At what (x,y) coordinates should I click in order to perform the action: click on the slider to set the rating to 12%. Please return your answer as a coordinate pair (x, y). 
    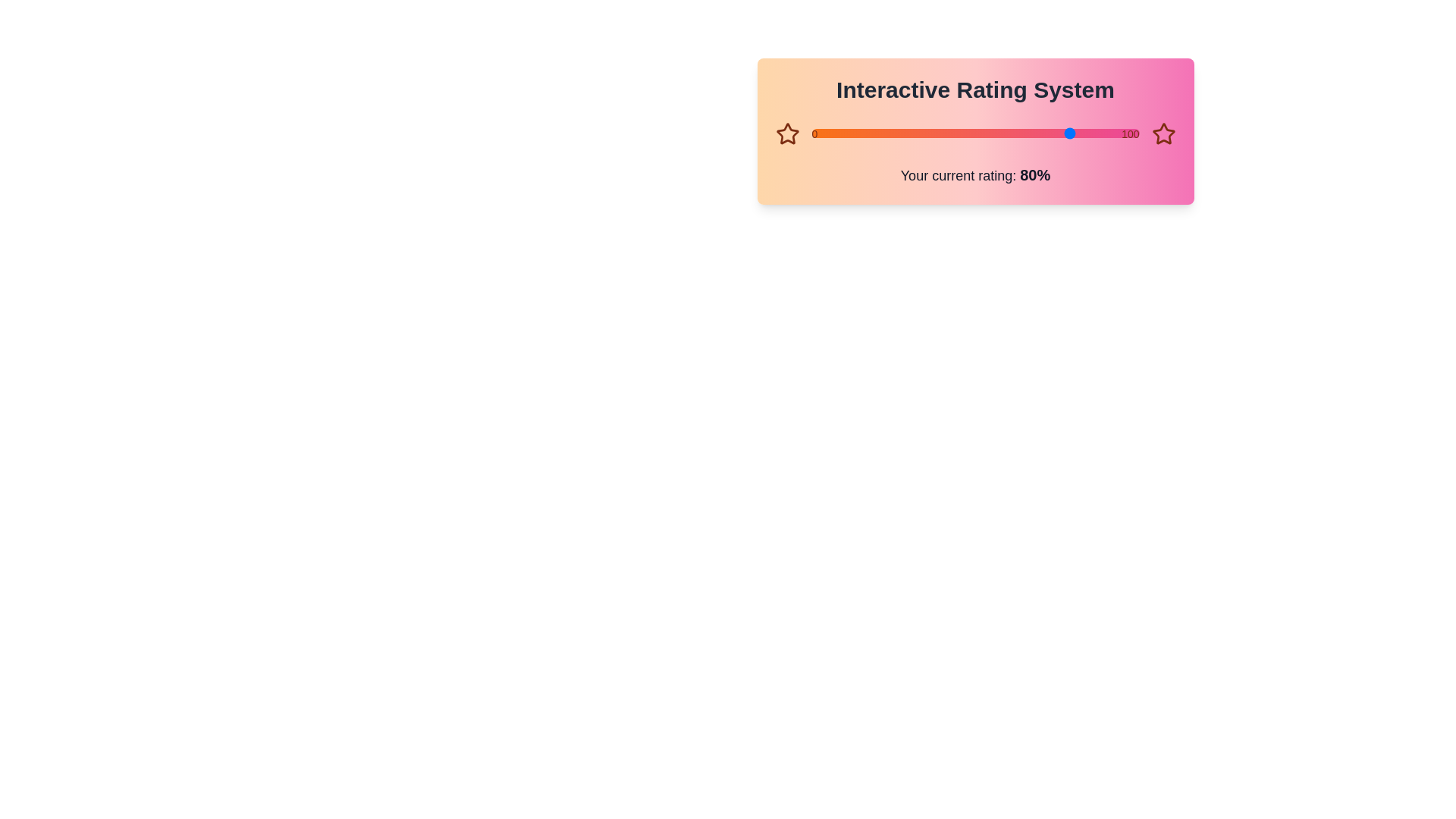
    Looking at the image, I should click on (811, 133).